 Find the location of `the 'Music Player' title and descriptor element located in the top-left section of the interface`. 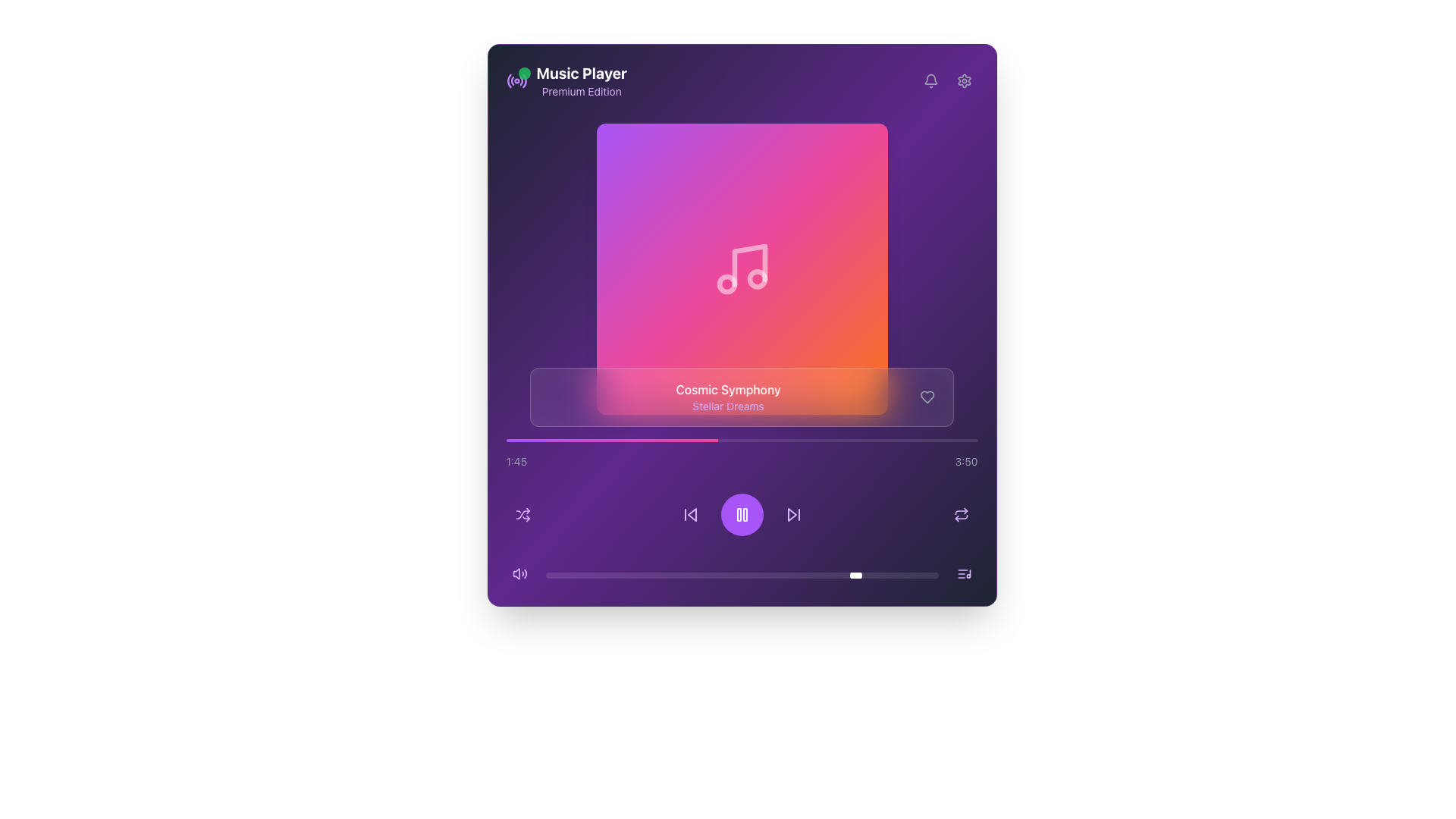

the 'Music Player' title and descriptor element located in the top-left section of the interface is located at coordinates (566, 81).